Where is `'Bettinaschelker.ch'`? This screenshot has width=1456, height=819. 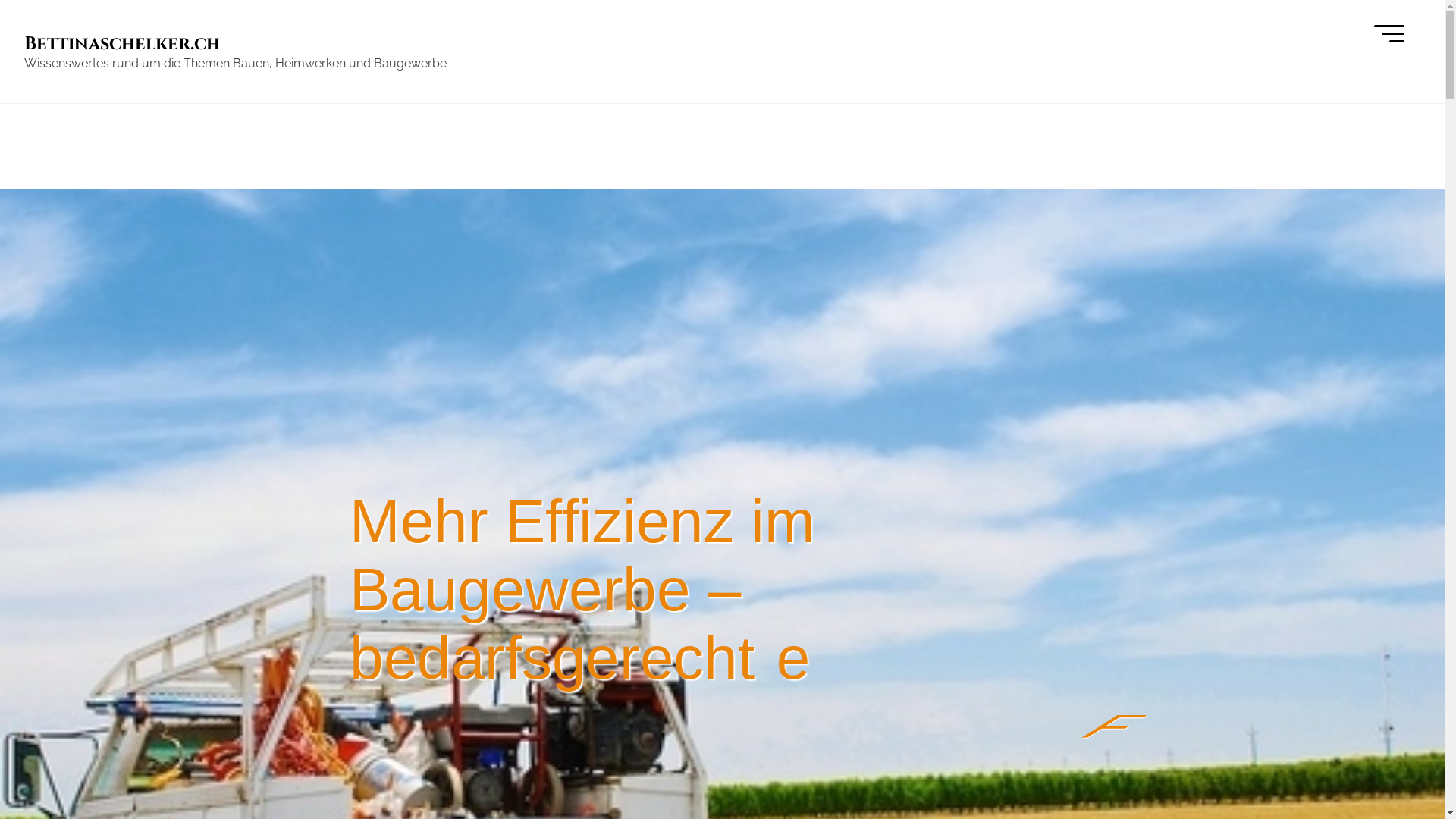 'Bettinaschelker.ch' is located at coordinates (122, 42).